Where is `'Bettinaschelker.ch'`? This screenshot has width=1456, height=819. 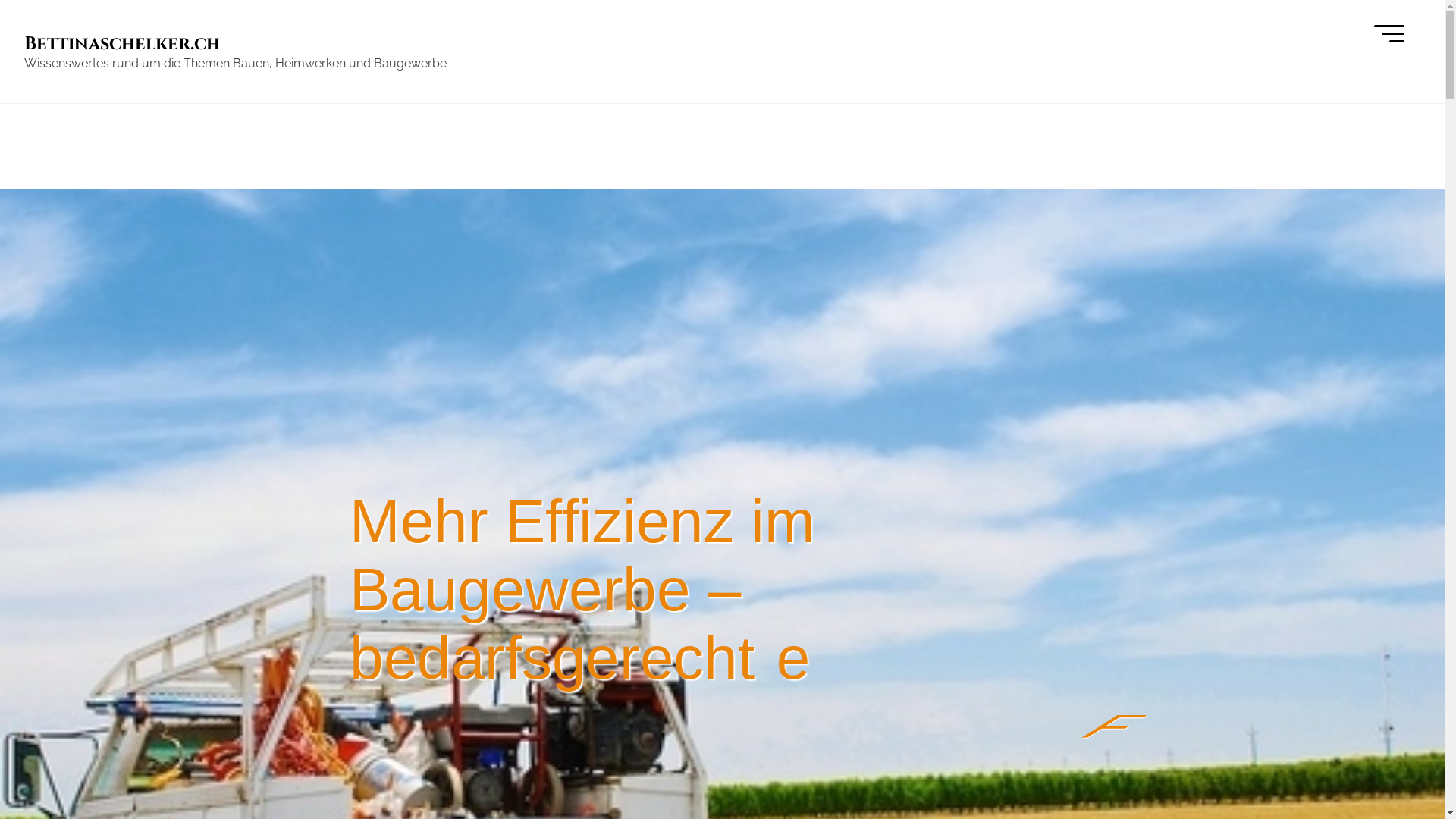 'Bettinaschelker.ch' is located at coordinates (122, 42).